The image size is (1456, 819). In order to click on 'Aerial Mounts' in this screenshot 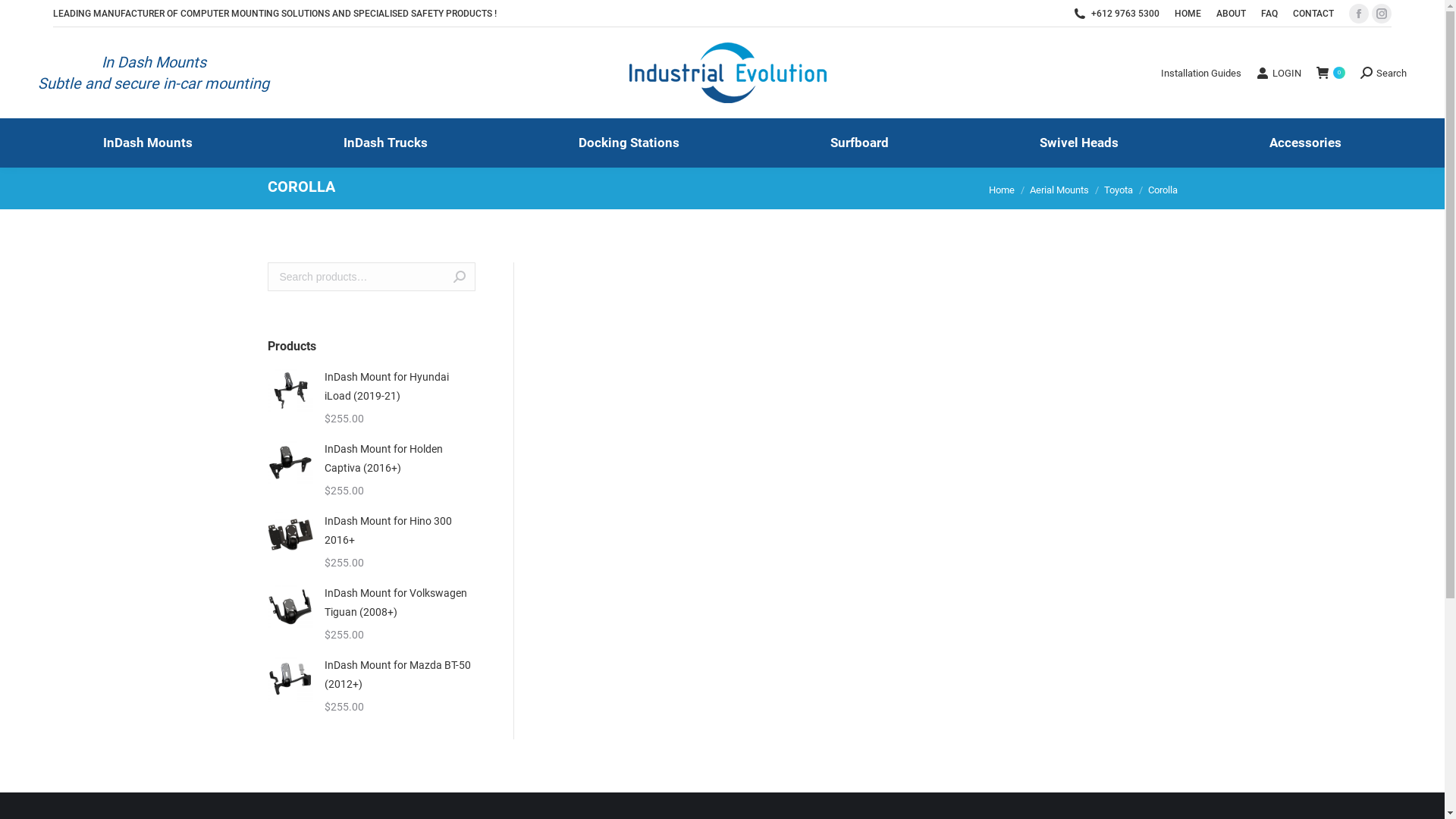, I will do `click(1058, 188)`.